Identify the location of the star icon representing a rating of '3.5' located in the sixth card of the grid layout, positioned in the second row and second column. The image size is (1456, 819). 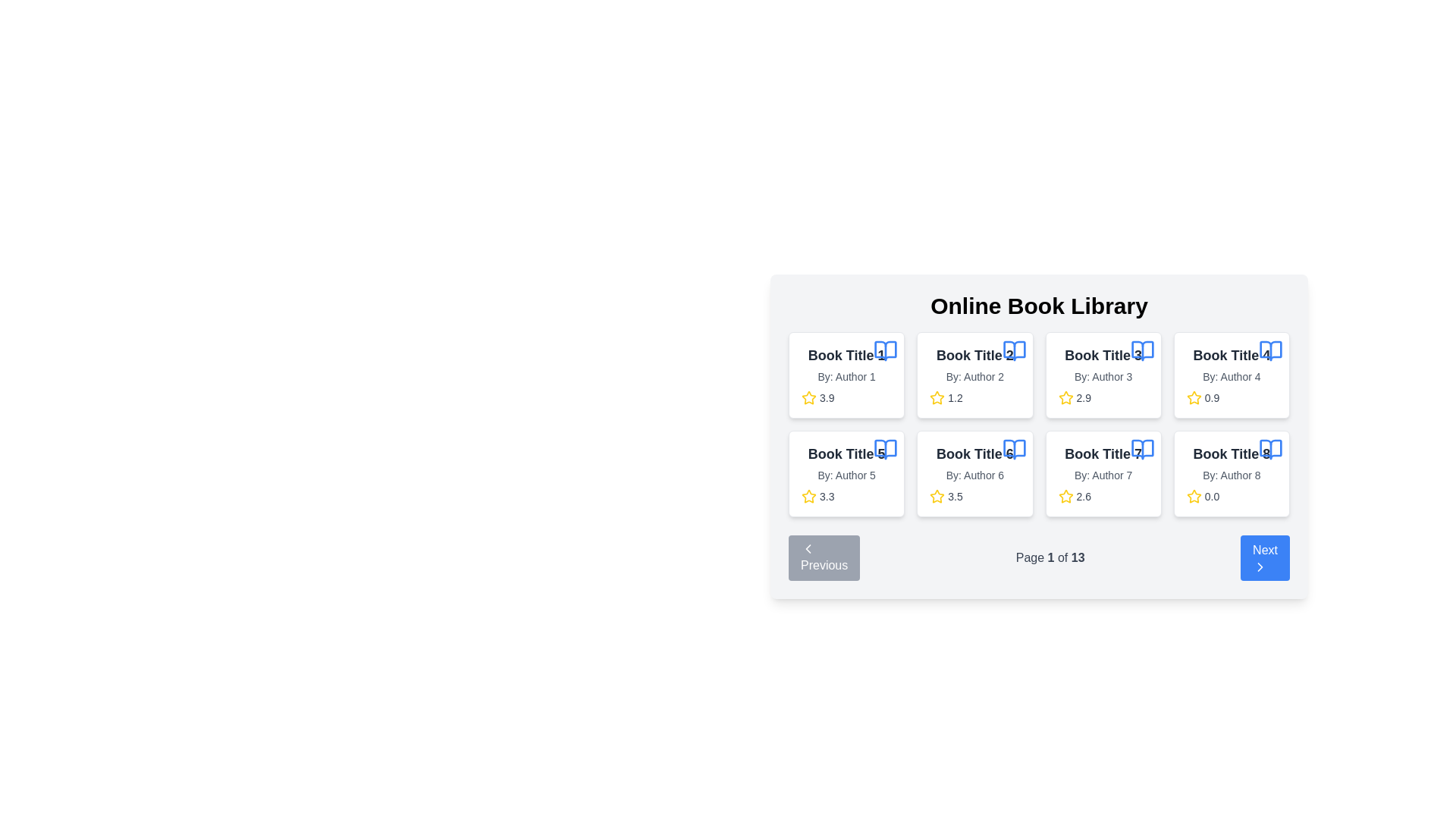
(937, 497).